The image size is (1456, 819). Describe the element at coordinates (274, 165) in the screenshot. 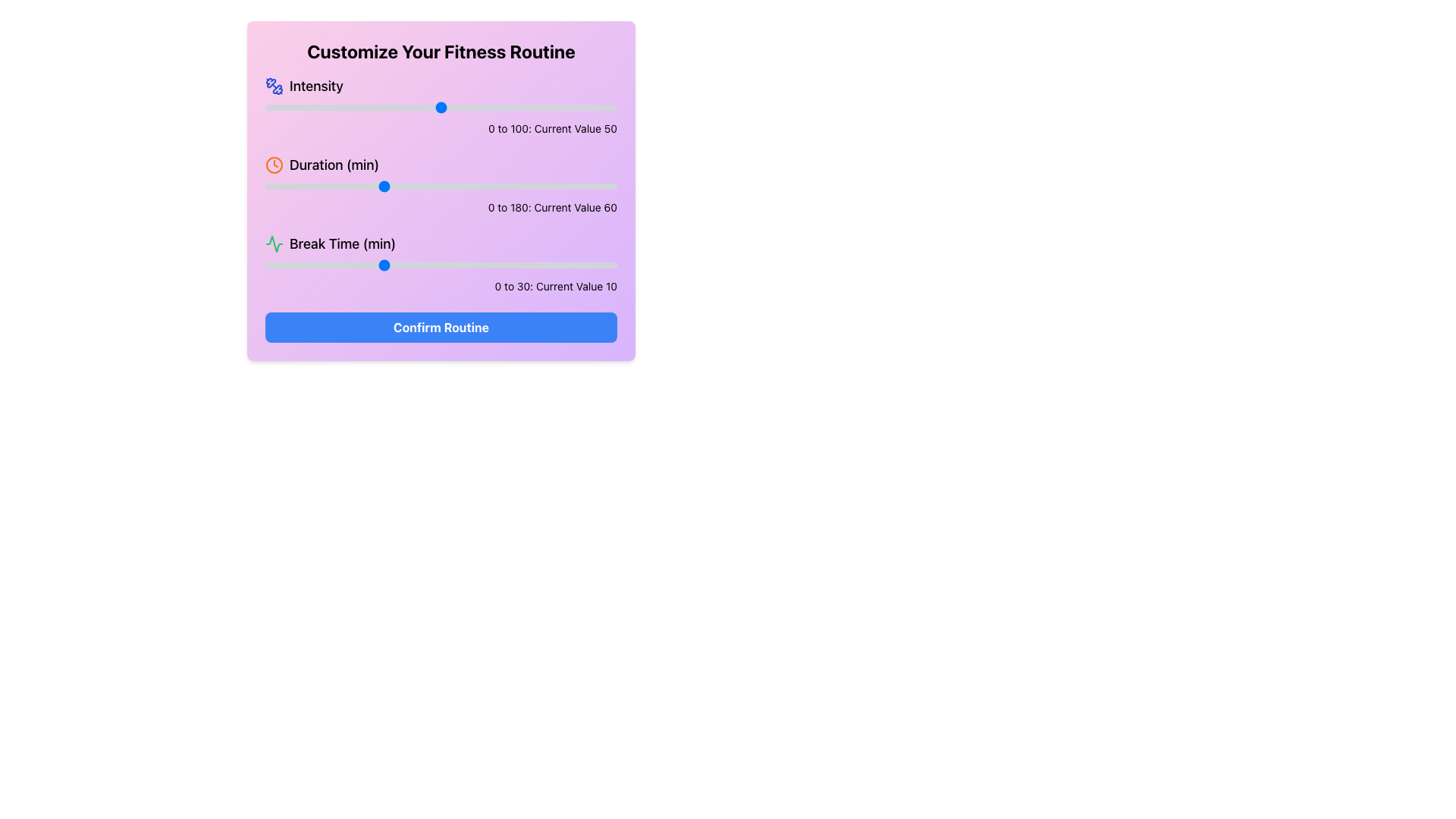

I see `the circular inner portion of the clock icon, which visually represents the concept of time and is located on the left side of the 'Duration (min)' row` at that location.